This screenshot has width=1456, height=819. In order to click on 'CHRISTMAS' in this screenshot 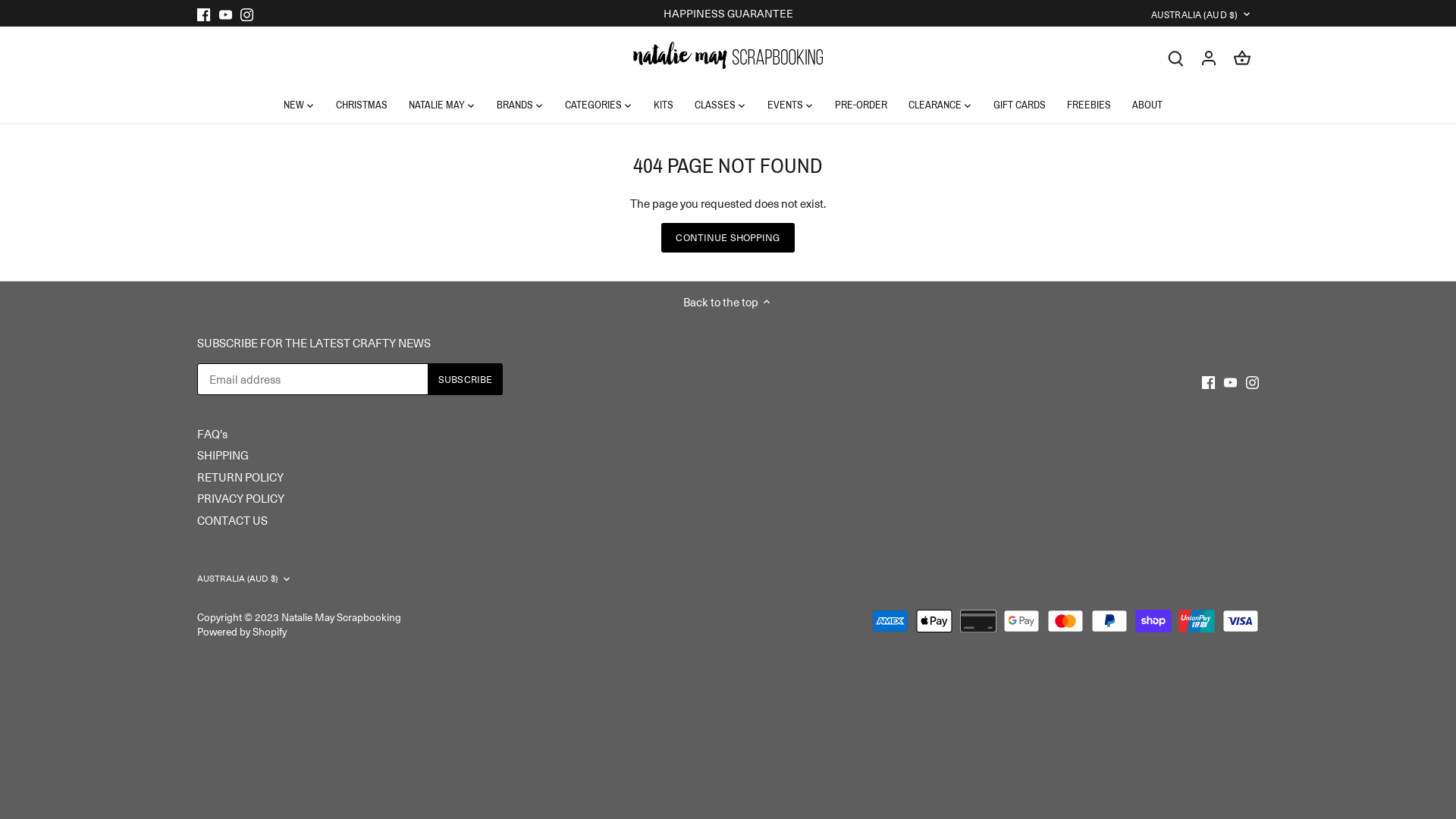, I will do `click(359, 104)`.